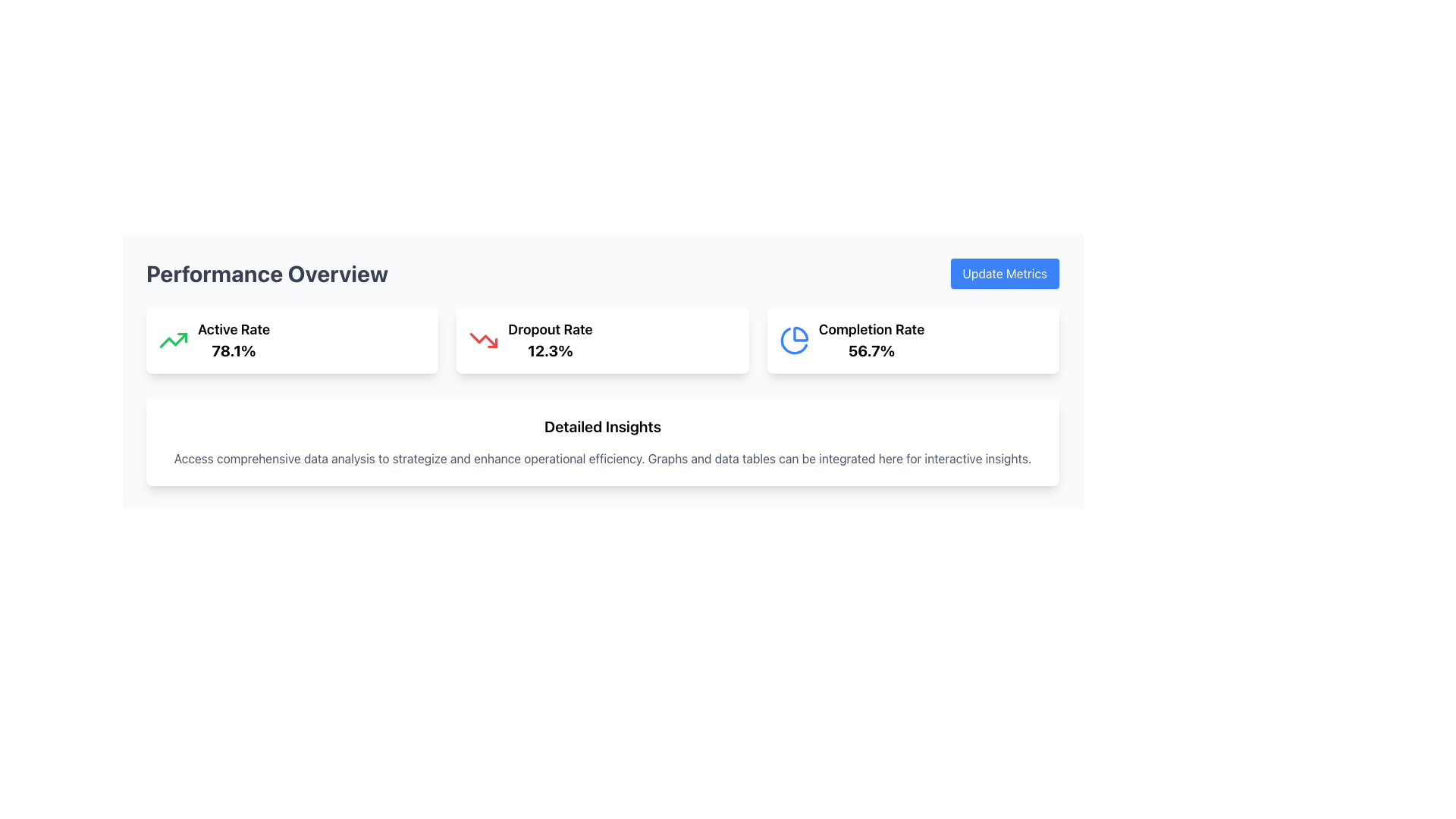 The image size is (1456, 819). I want to click on the SVG-based growth icon representation, so click(174, 339).